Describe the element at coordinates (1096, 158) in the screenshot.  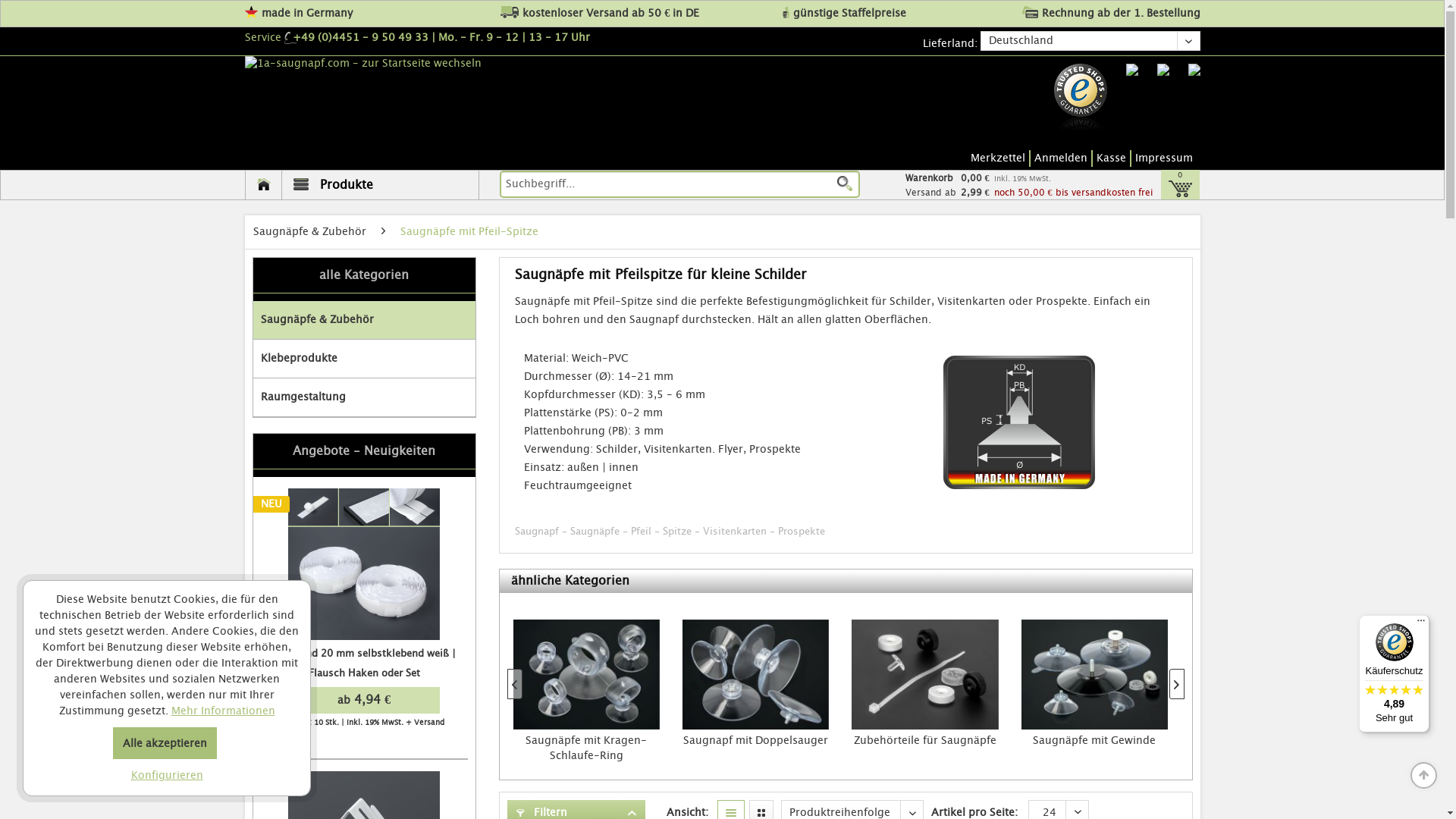
I see `'Kasse'` at that location.